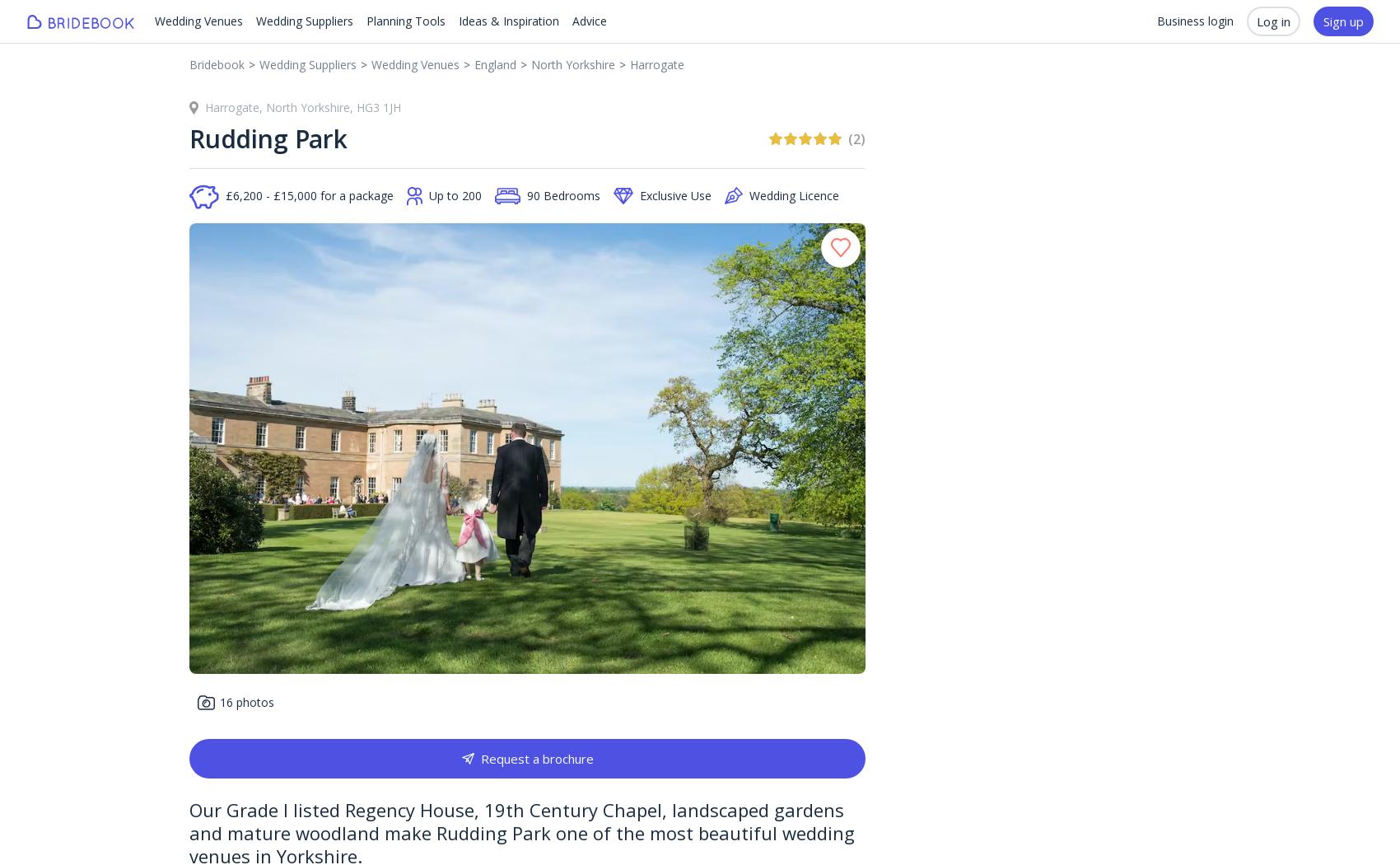  What do you see at coordinates (217, 64) in the screenshot?
I see `'Bridebook'` at bounding box center [217, 64].